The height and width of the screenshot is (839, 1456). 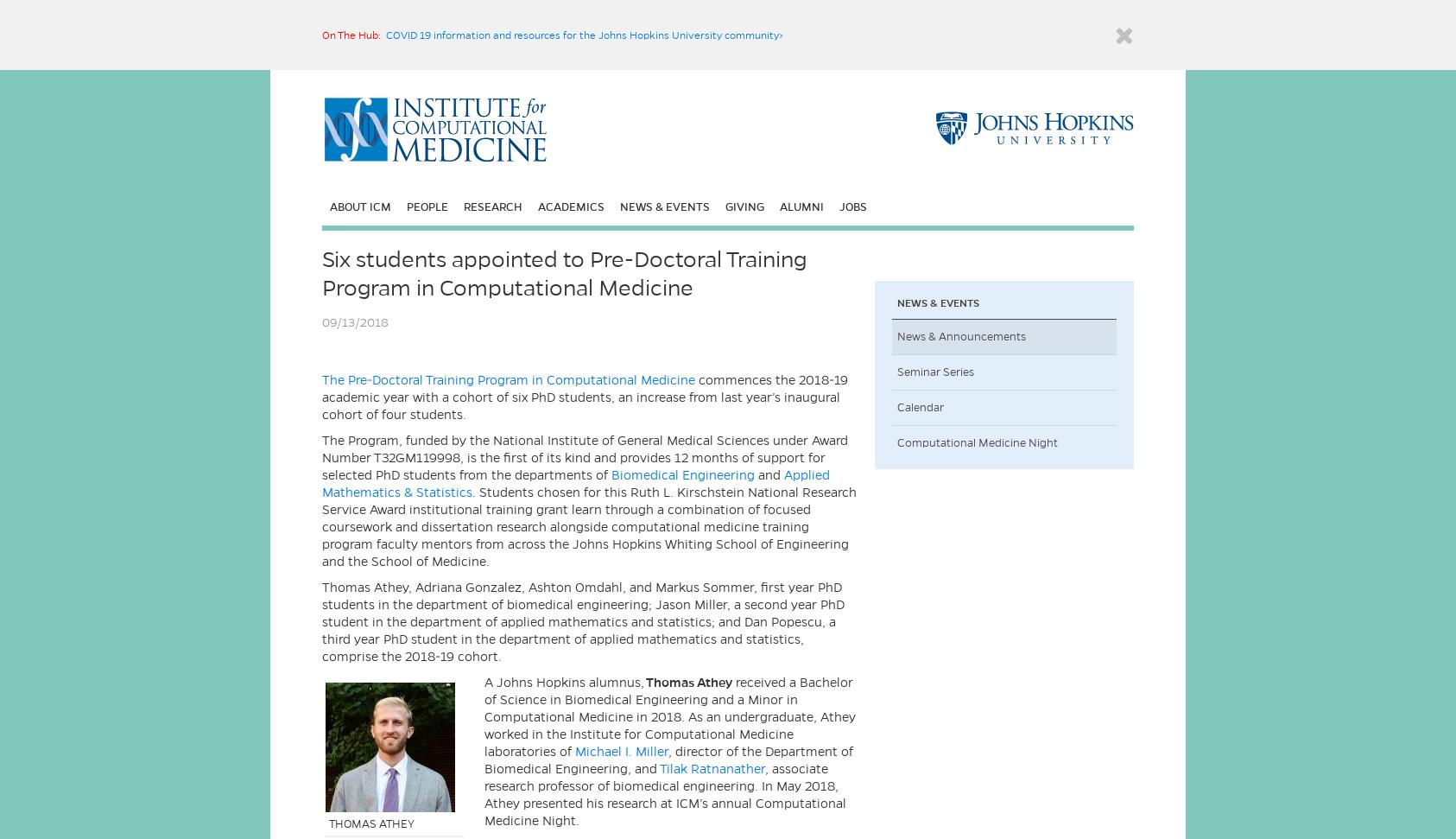 What do you see at coordinates (463, 206) in the screenshot?
I see `'Research'` at bounding box center [463, 206].